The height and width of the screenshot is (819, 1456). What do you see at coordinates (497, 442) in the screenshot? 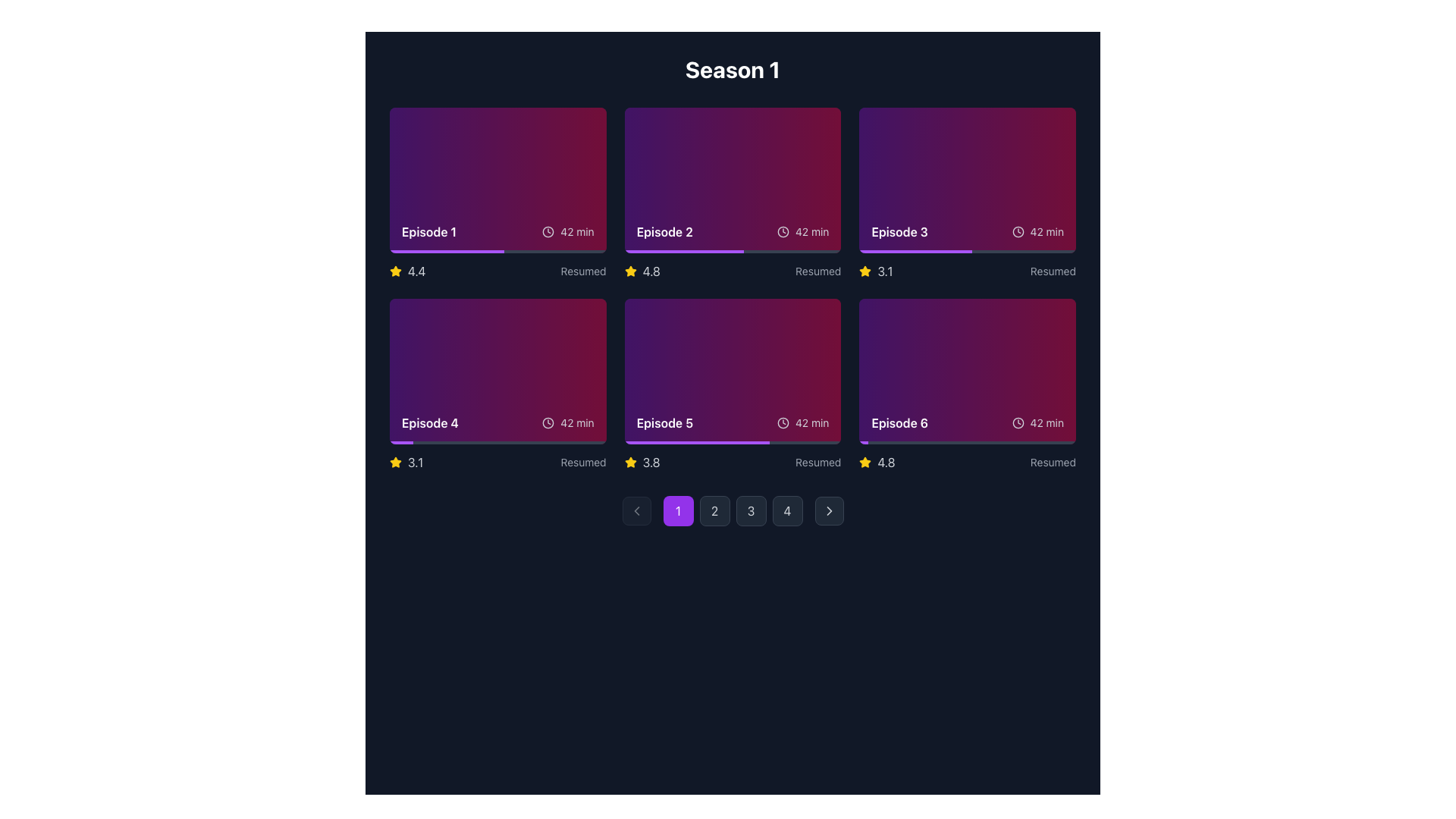
I see `the horizontal progress bar located at the bottom of the 'Episode 4' card, which is filled approximately 11% in purple and has a gray background` at bounding box center [497, 442].